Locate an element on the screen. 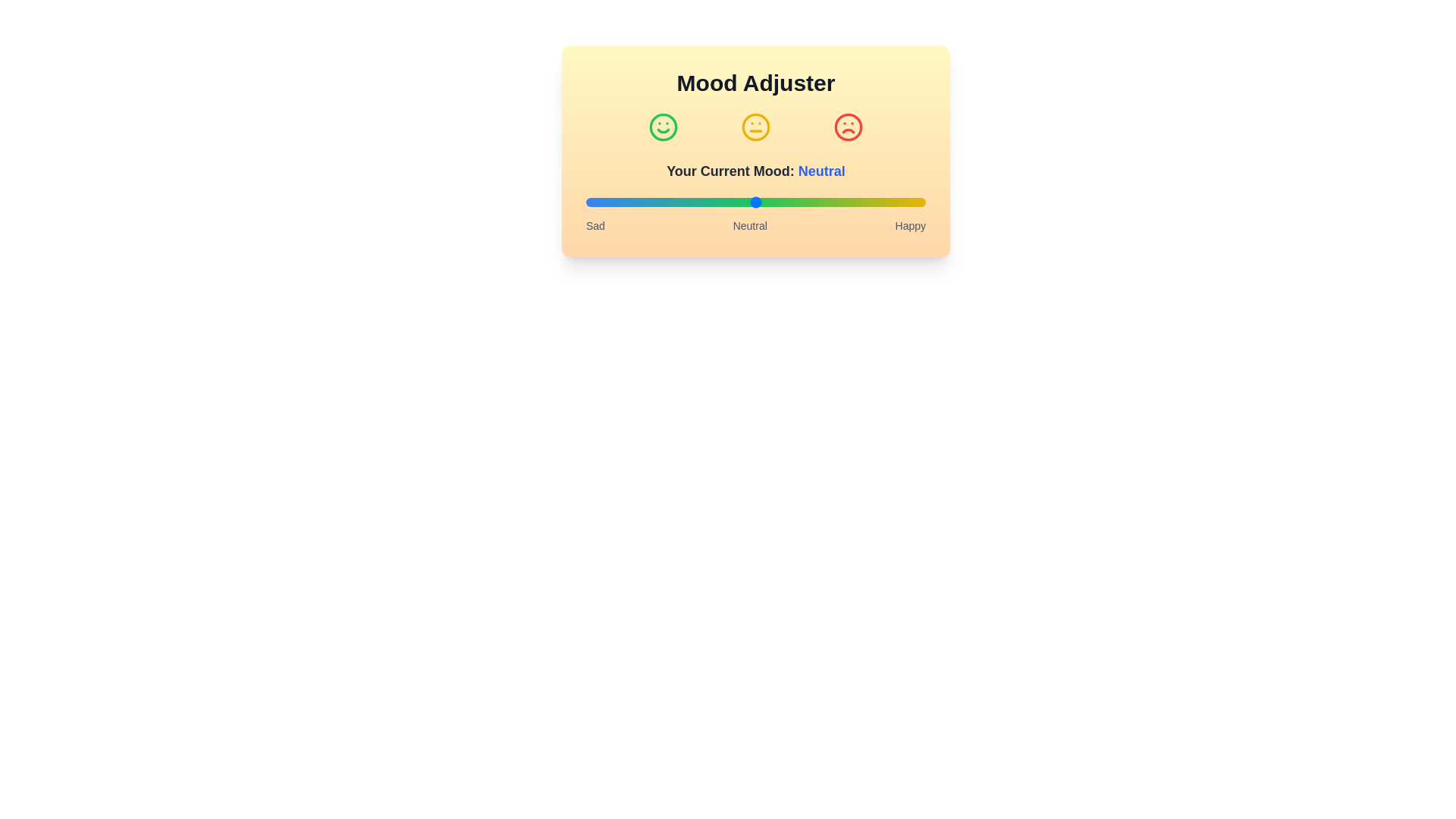 This screenshot has width=1456, height=819. the slider to a specific value 36 to observe the mood label change is located at coordinates (708, 201).